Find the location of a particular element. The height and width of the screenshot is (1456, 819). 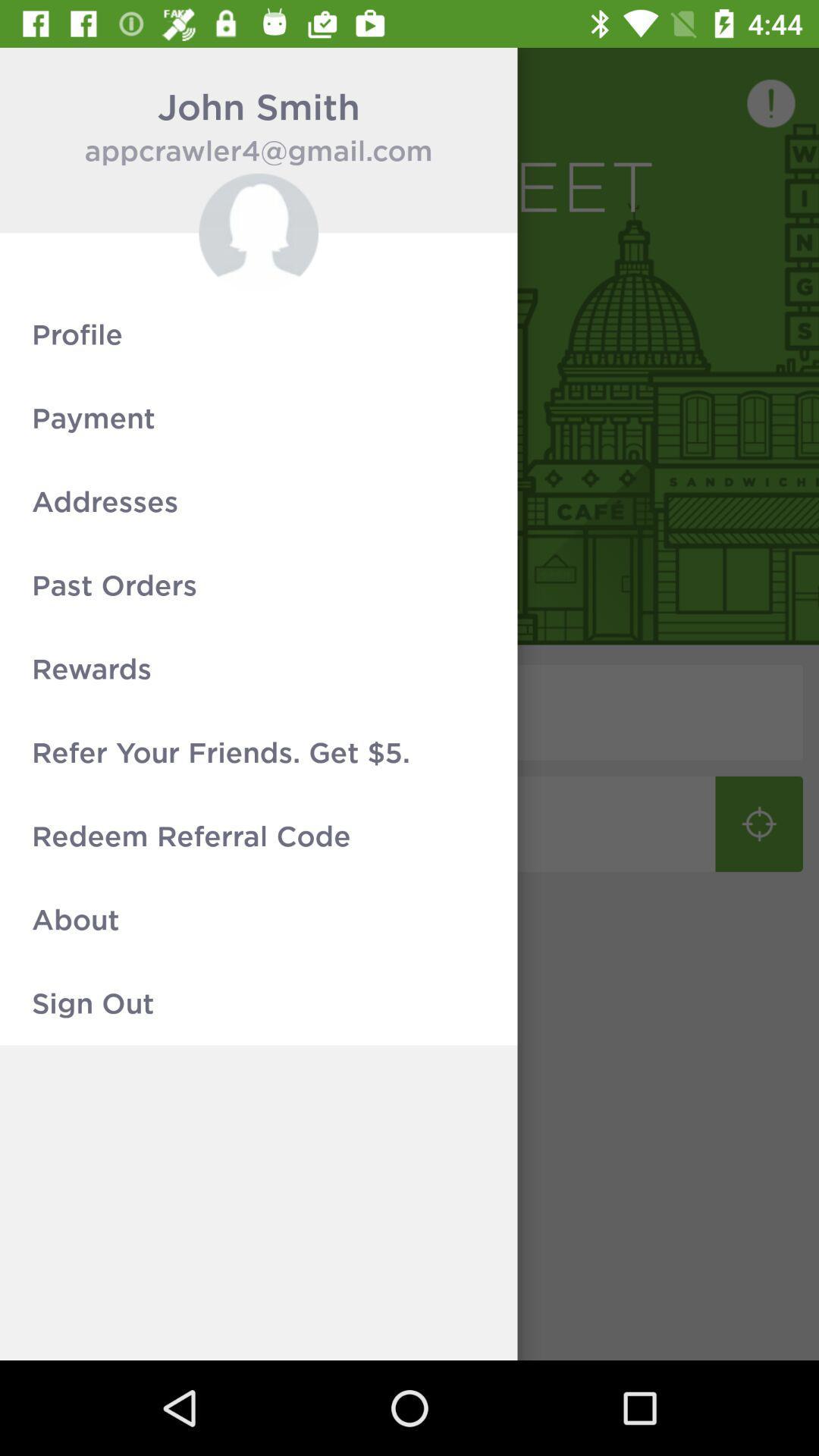

the location_crosshair icon is located at coordinates (759, 823).